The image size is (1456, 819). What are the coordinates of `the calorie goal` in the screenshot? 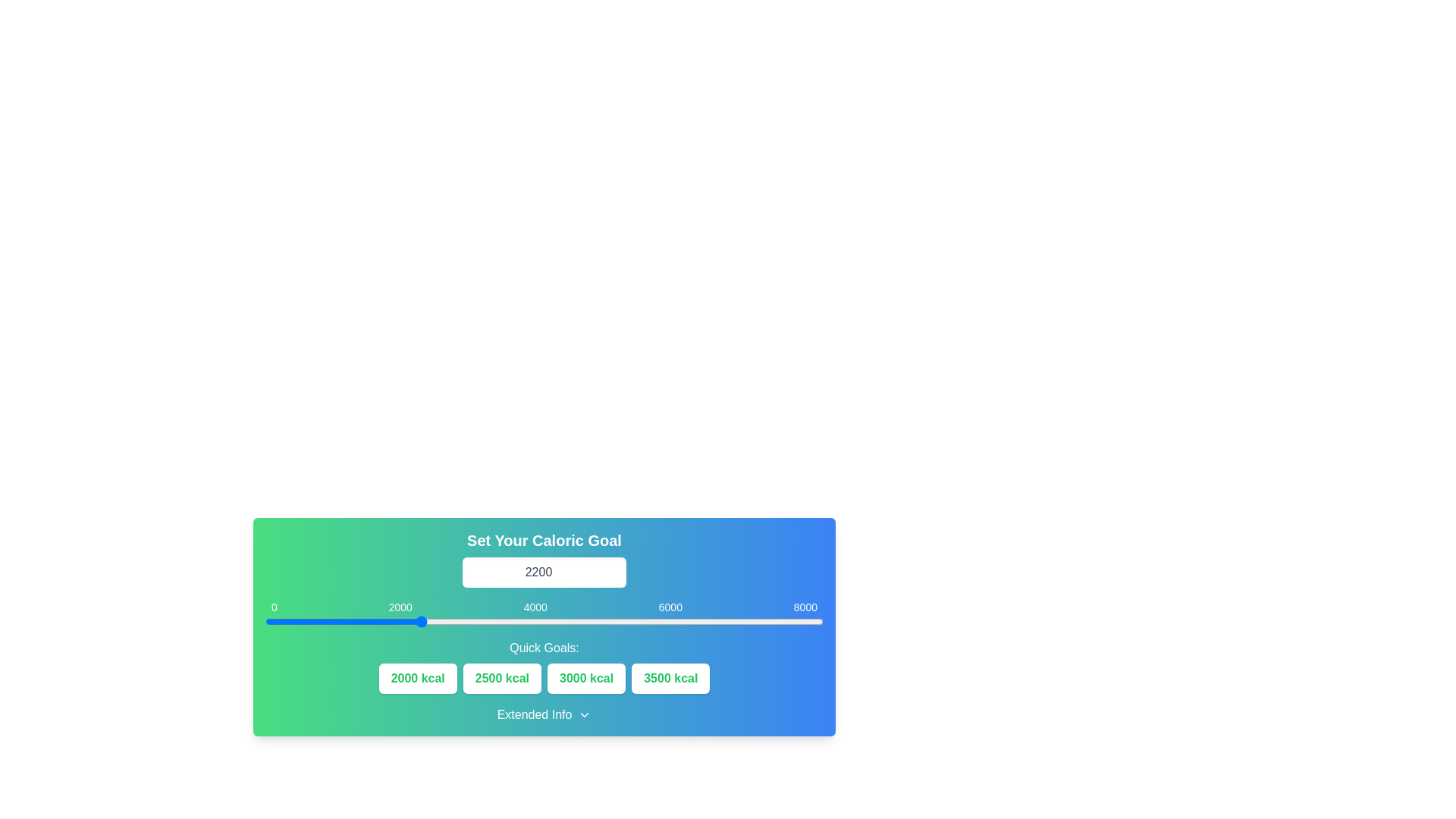 It's located at (589, 622).